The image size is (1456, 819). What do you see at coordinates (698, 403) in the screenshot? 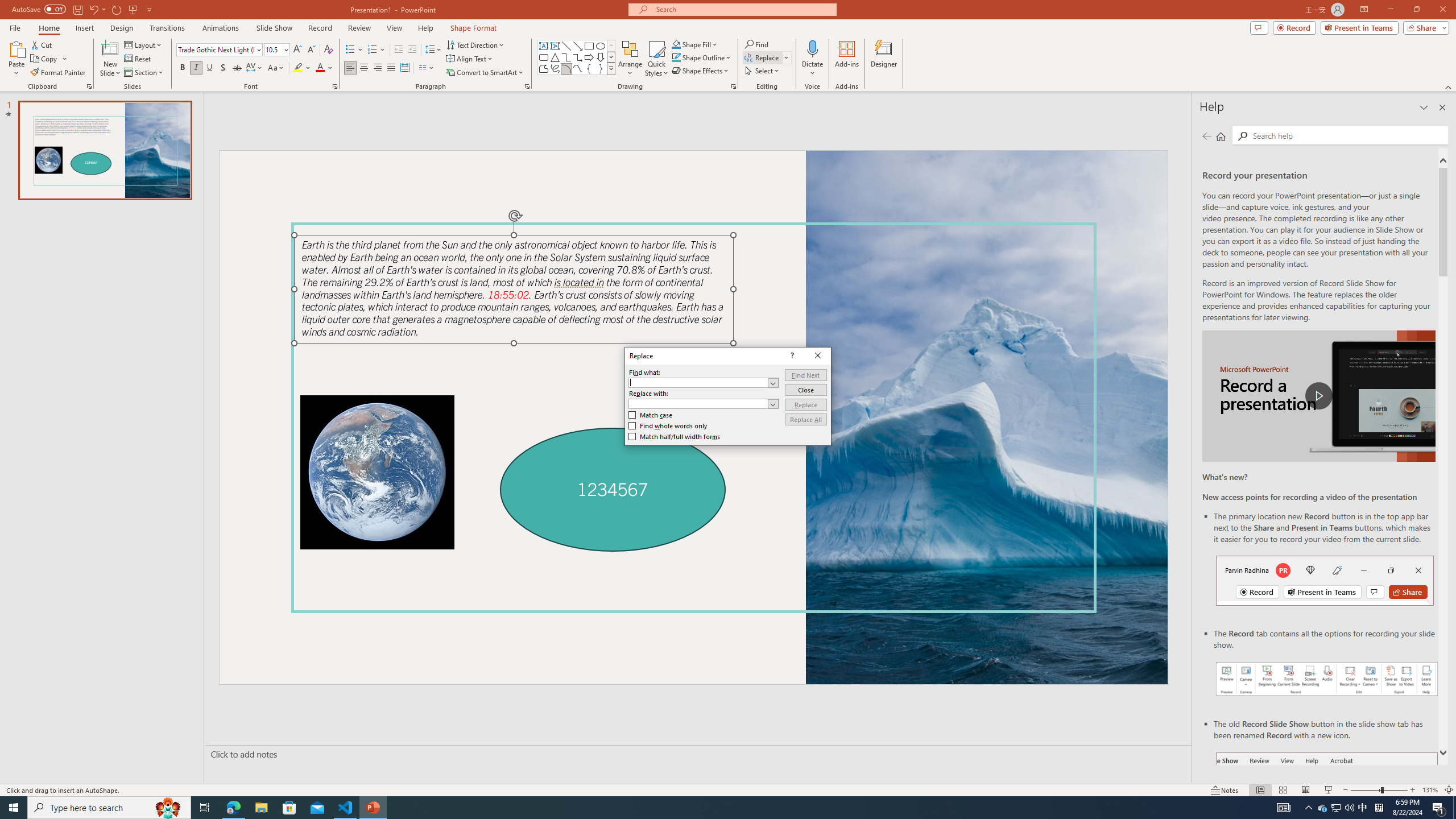
I see `'Replace with'` at bounding box center [698, 403].